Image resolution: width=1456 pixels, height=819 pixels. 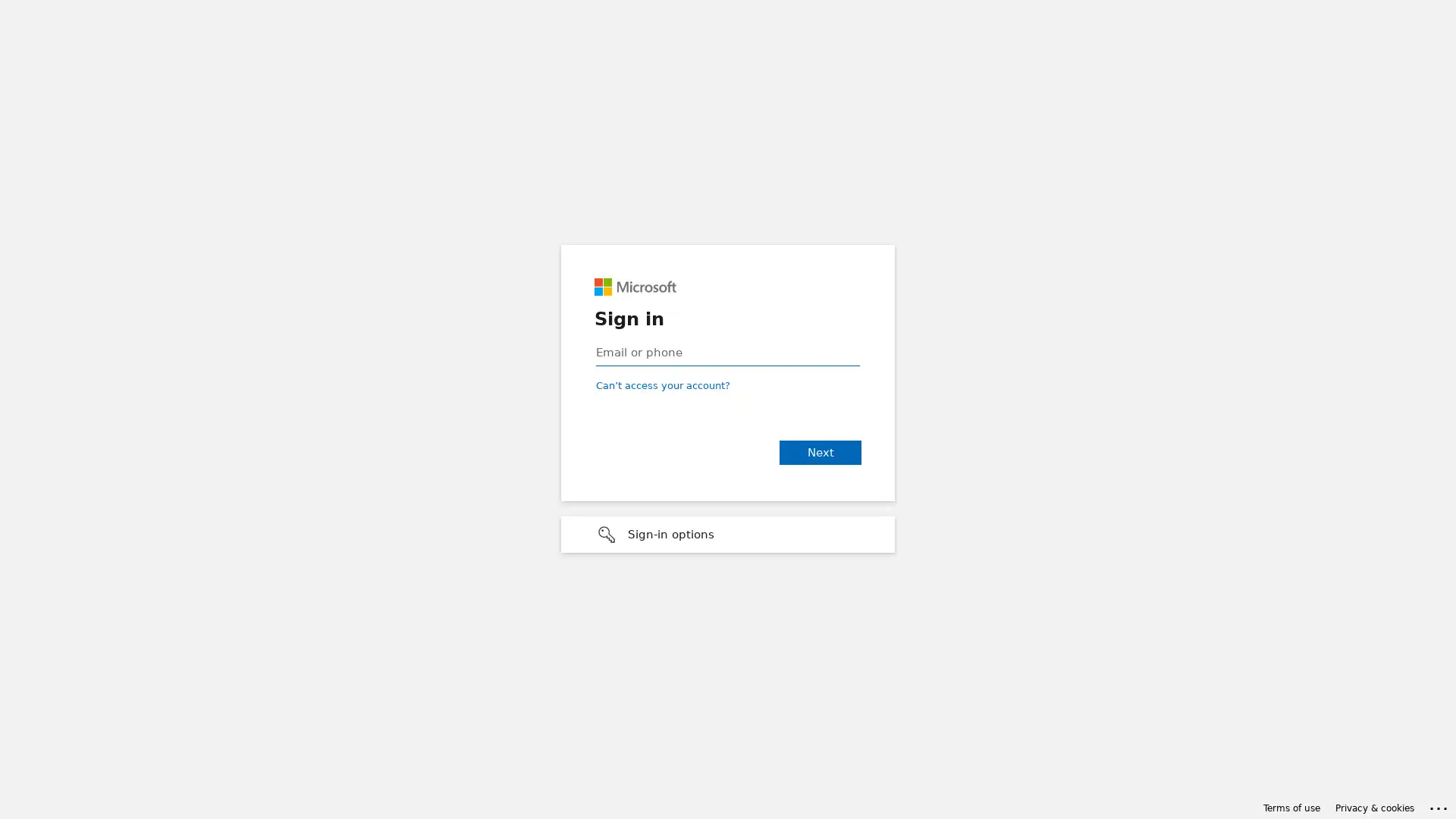 I want to click on Next, so click(x=819, y=452).